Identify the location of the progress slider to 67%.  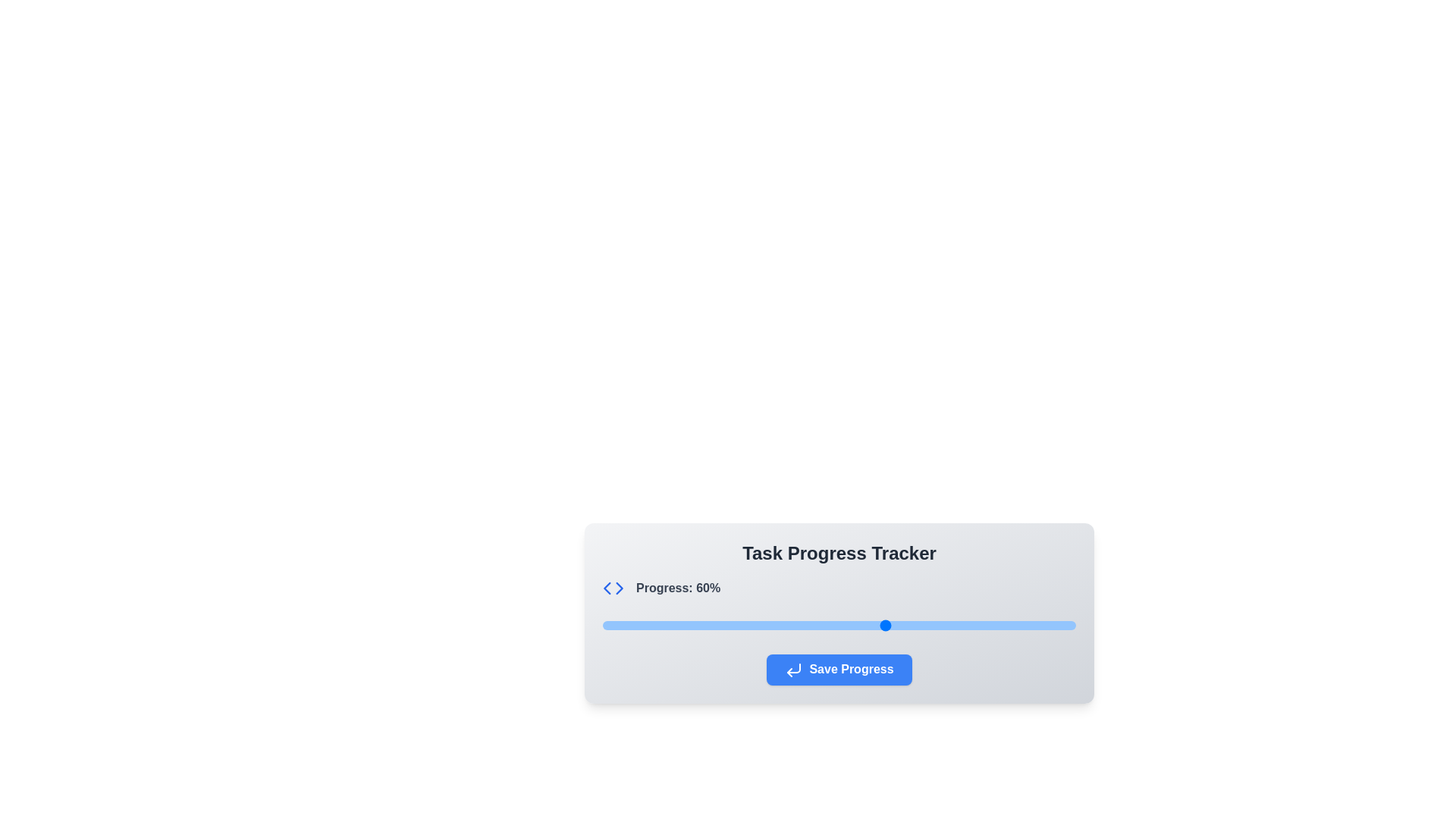
(919, 626).